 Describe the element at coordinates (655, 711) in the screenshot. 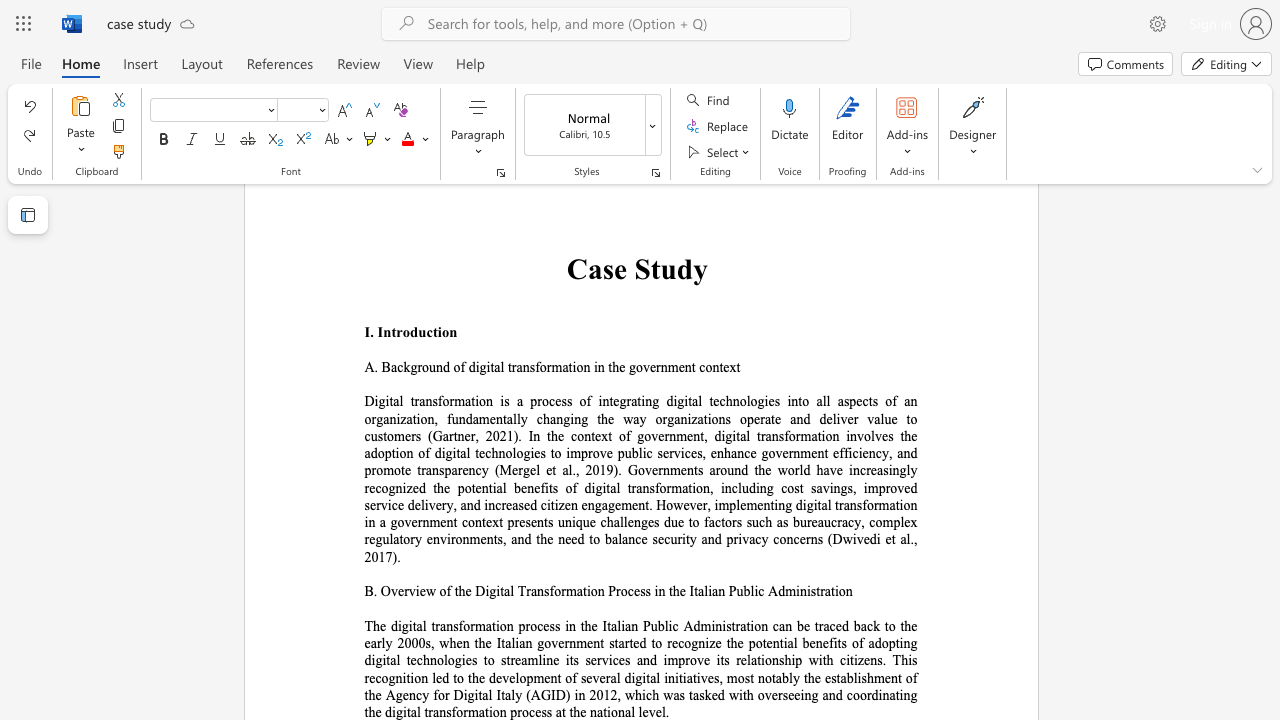

I see `the space between the continuous character "v" and "e" in the text` at that location.